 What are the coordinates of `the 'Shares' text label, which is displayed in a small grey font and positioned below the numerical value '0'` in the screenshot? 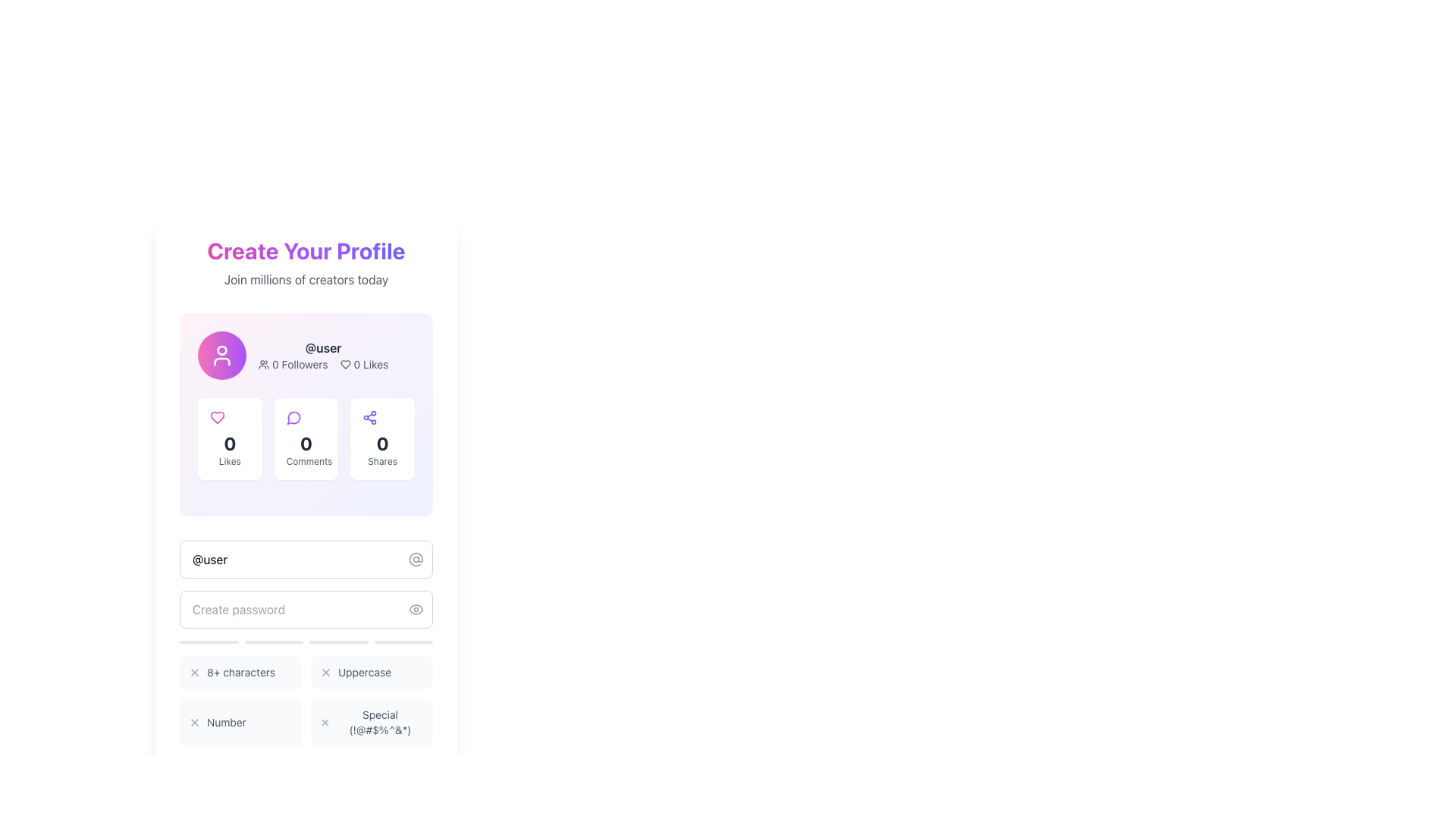 It's located at (382, 461).